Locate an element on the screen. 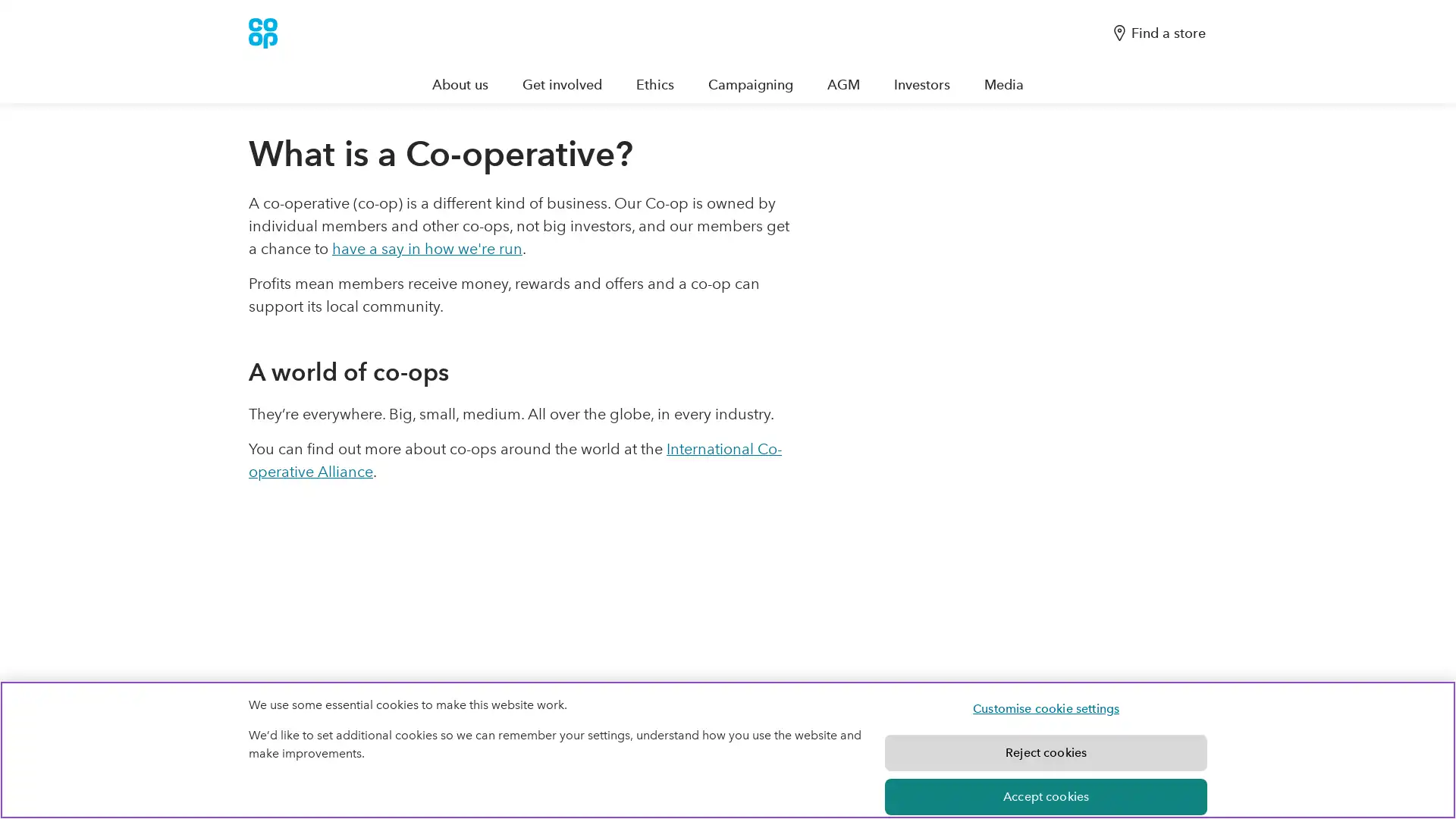  Reject cookies is located at coordinates (1044, 752).